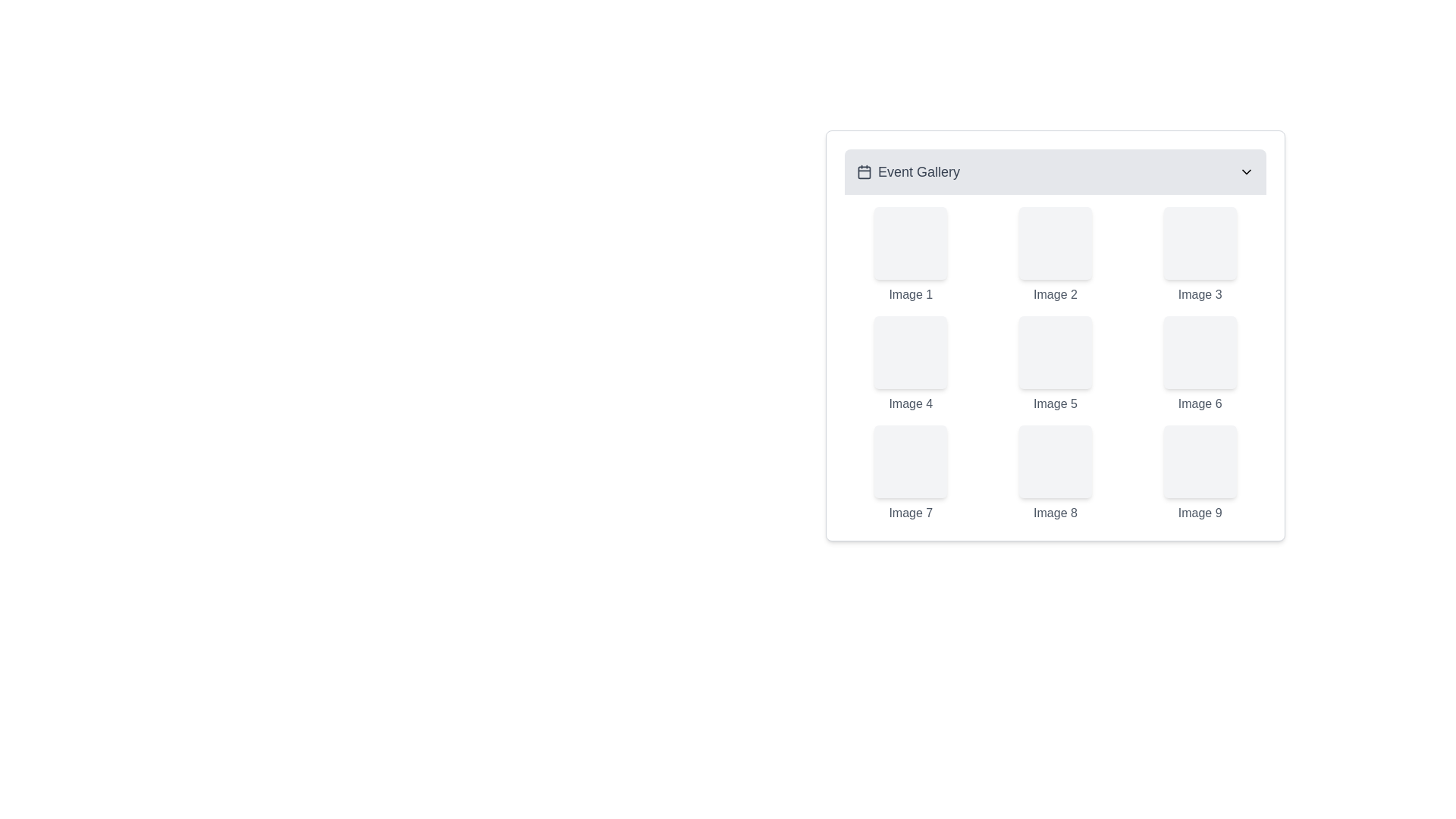  Describe the element at coordinates (918, 171) in the screenshot. I see `the 'Event Gallery' text label located in the header layout, which serves as a title for that section` at that location.